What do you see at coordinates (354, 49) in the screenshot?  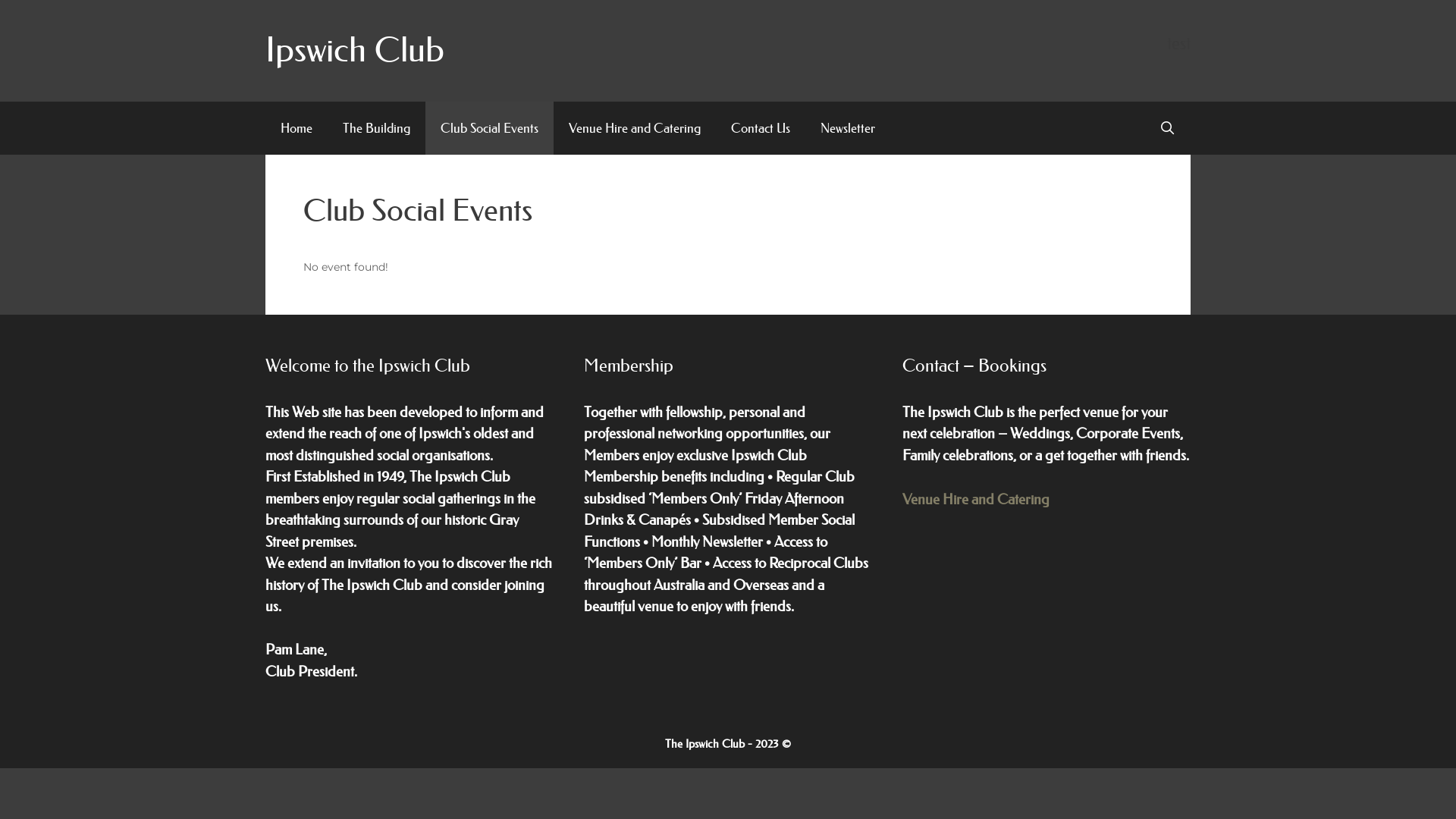 I see `'Ipswich Club'` at bounding box center [354, 49].